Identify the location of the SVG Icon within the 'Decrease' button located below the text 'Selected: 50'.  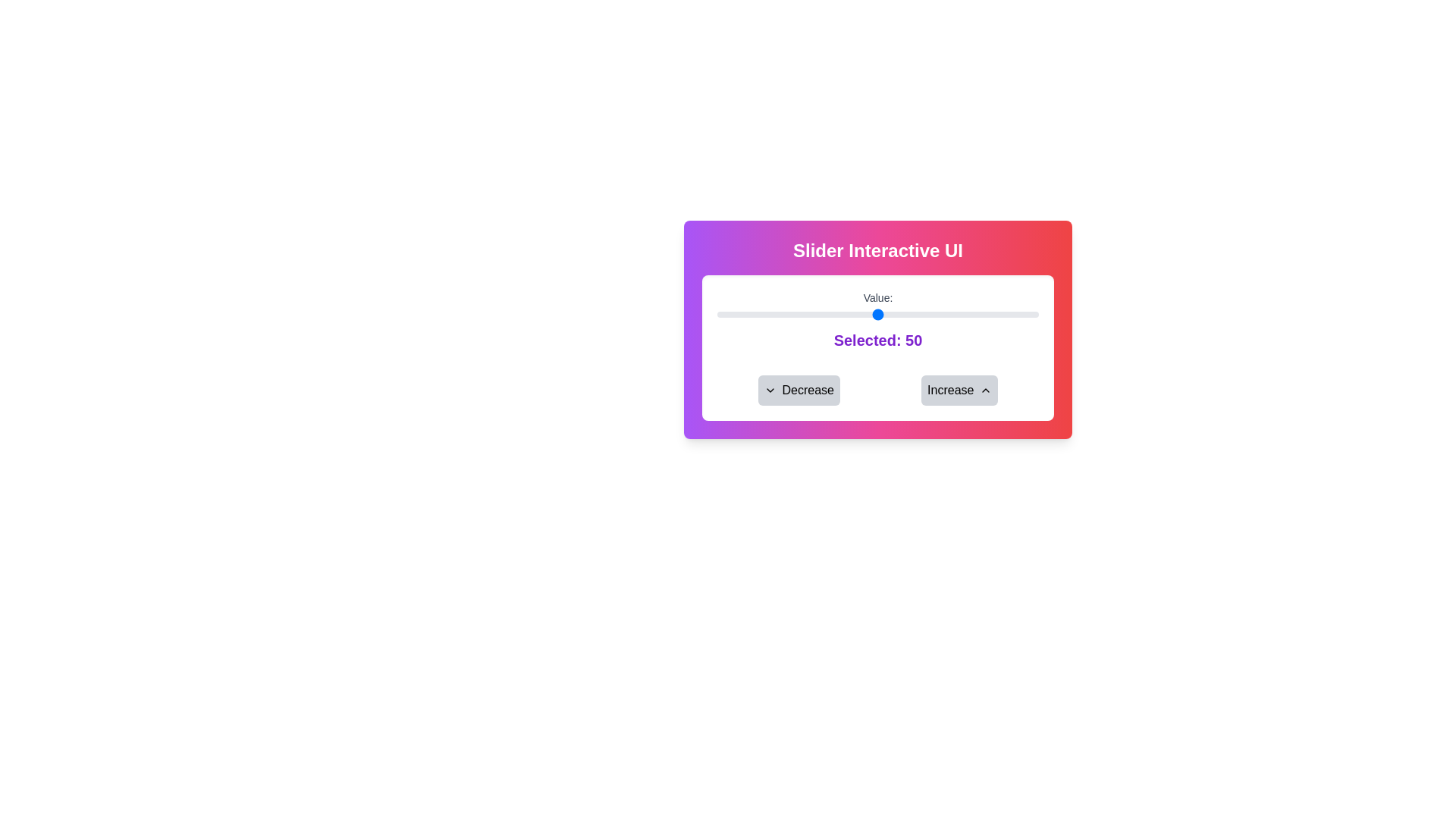
(770, 390).